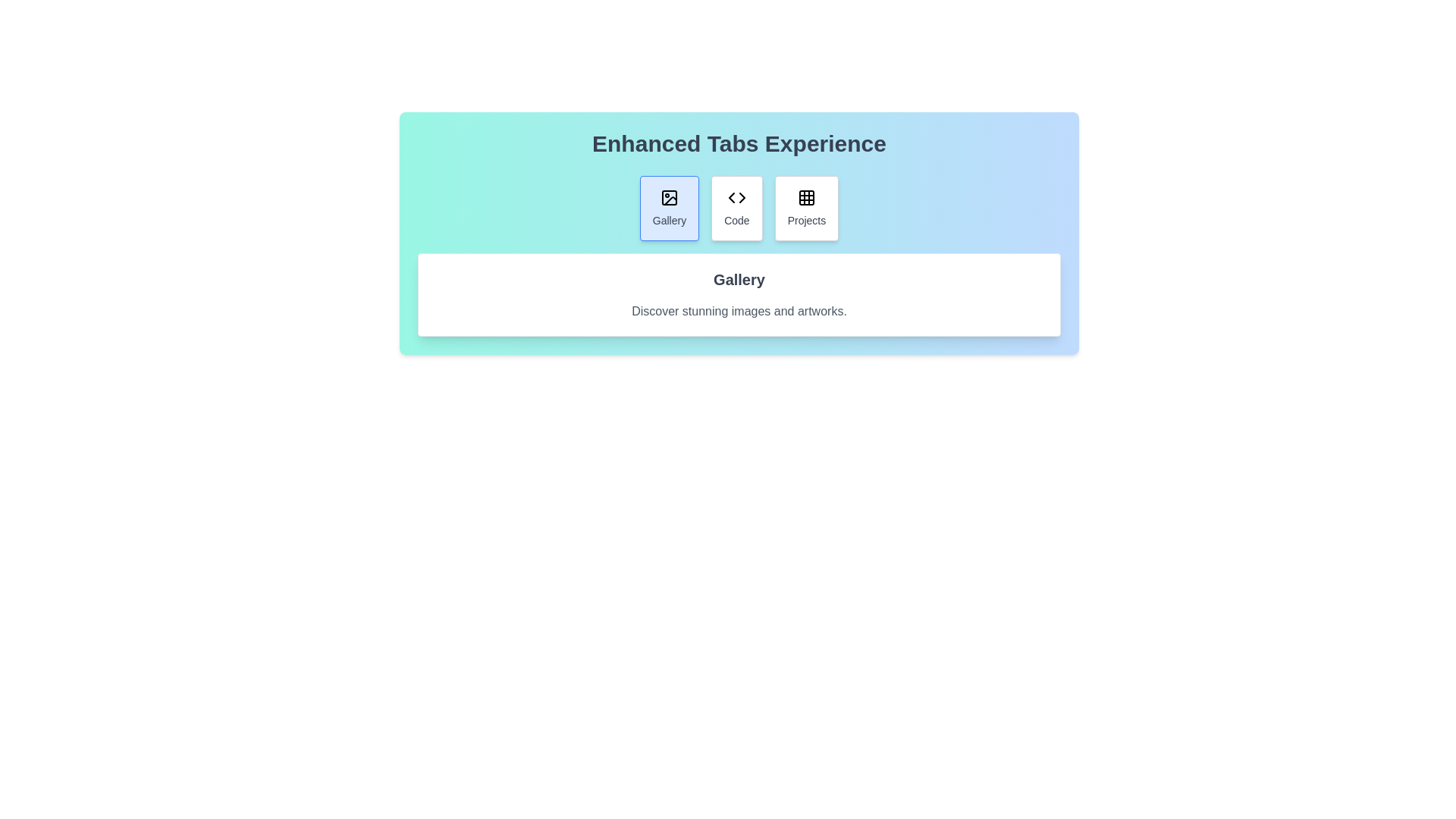 The image size is (1456, 819). I want to click on the tab labeled Code to observe the hover effect, so click(736, 208).